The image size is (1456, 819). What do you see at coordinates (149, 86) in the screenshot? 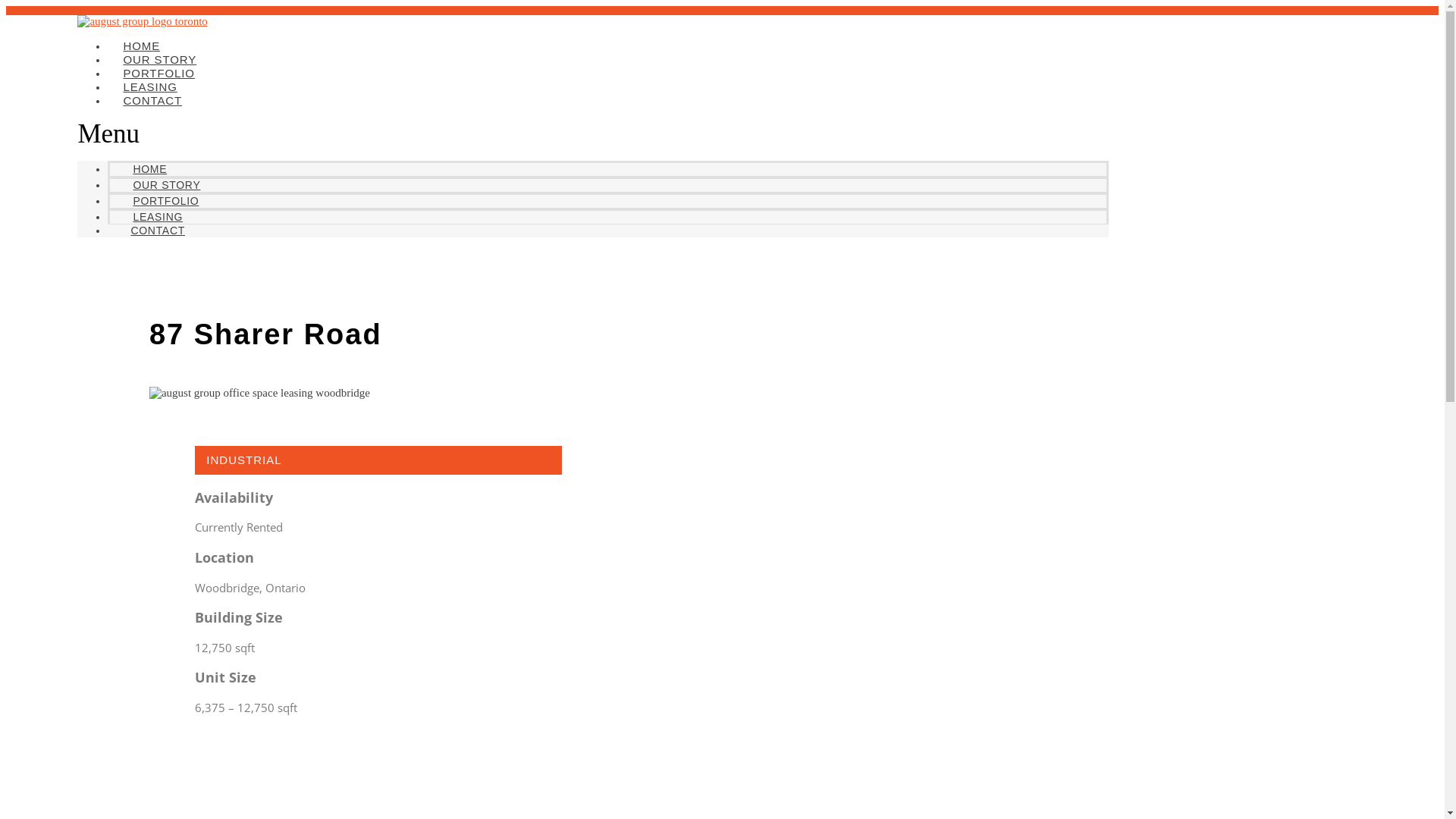
I see `'LEASING'` at bounding box center [149, 86].